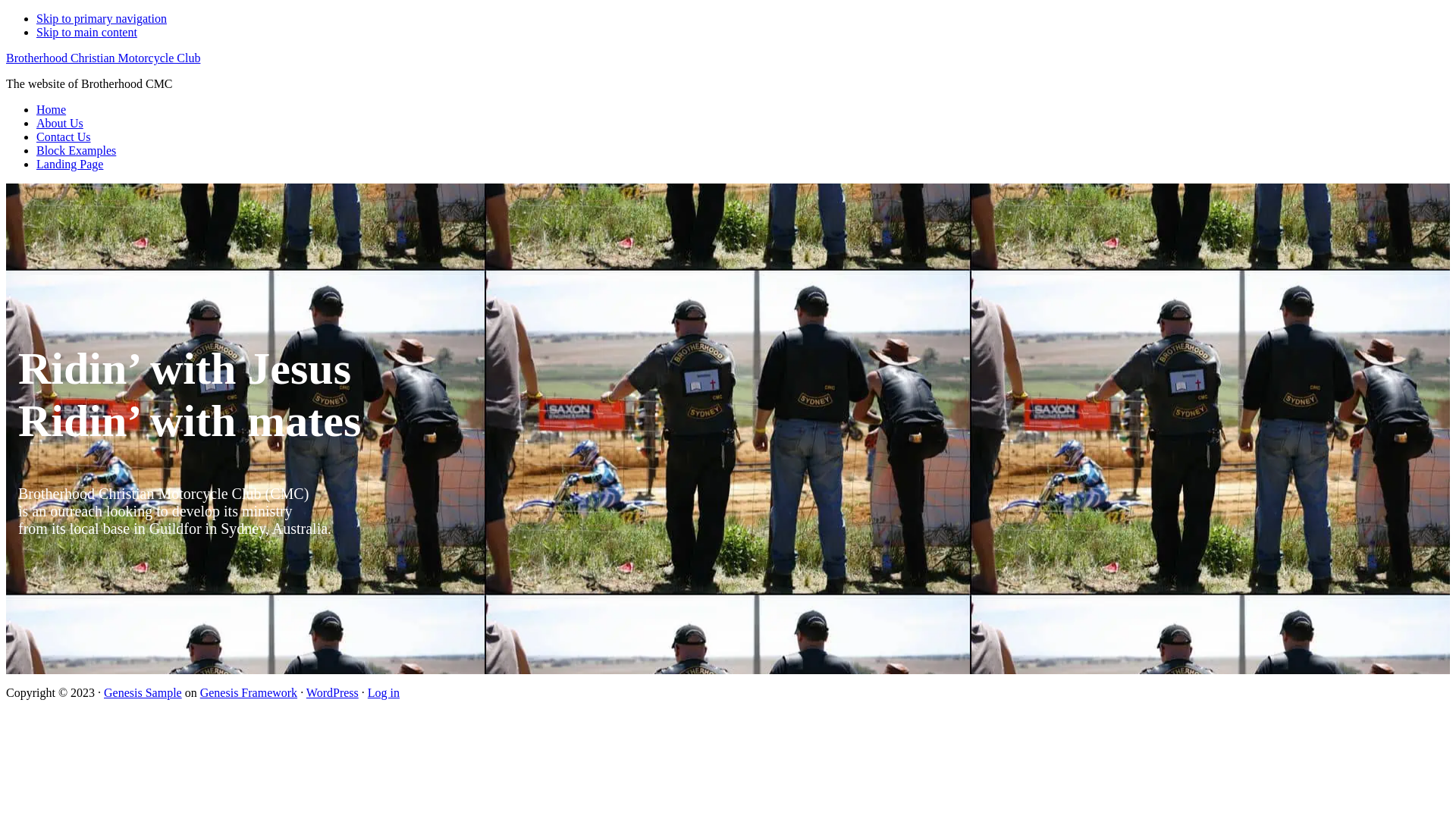 The height and width of the screenshot is (819, 1456). What do you see at coordinates (331, 692) in the screenshot?
I see `'WordPress'` at bounding box center [331, 692].